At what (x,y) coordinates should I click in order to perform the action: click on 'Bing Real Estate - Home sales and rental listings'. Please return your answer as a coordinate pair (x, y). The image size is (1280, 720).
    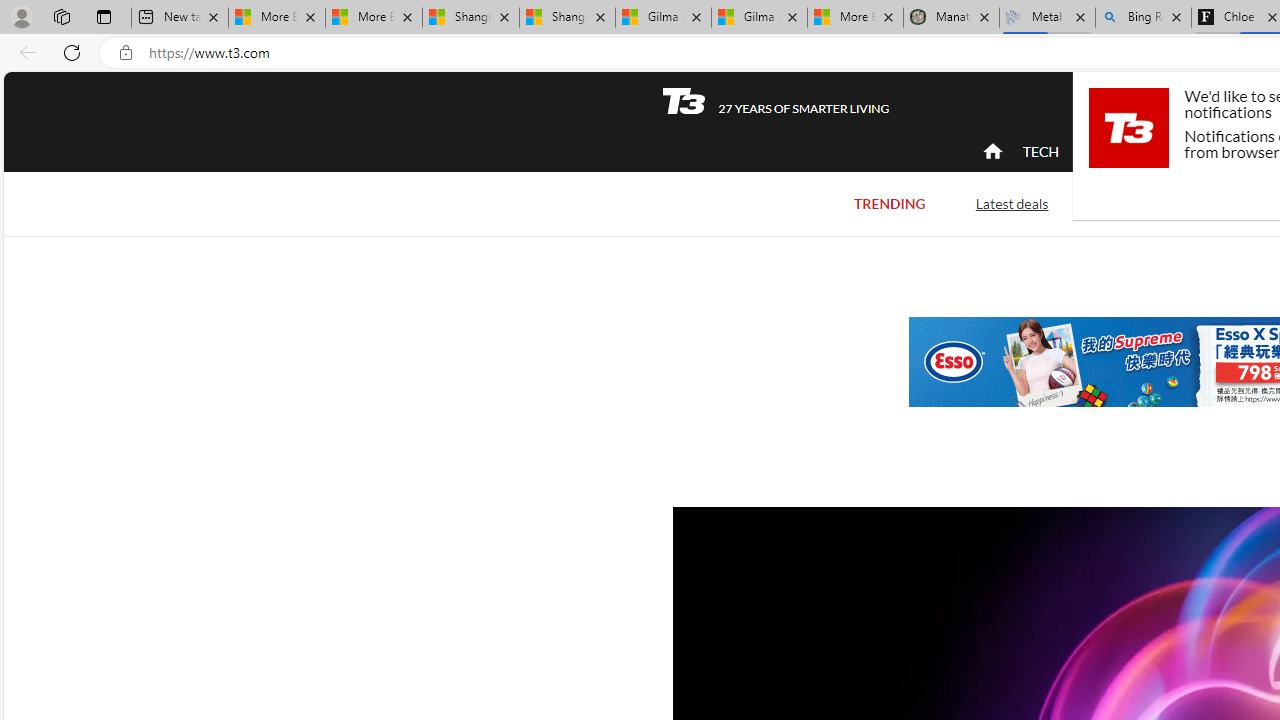
    Looking at the image, I should click on (1143, 17).